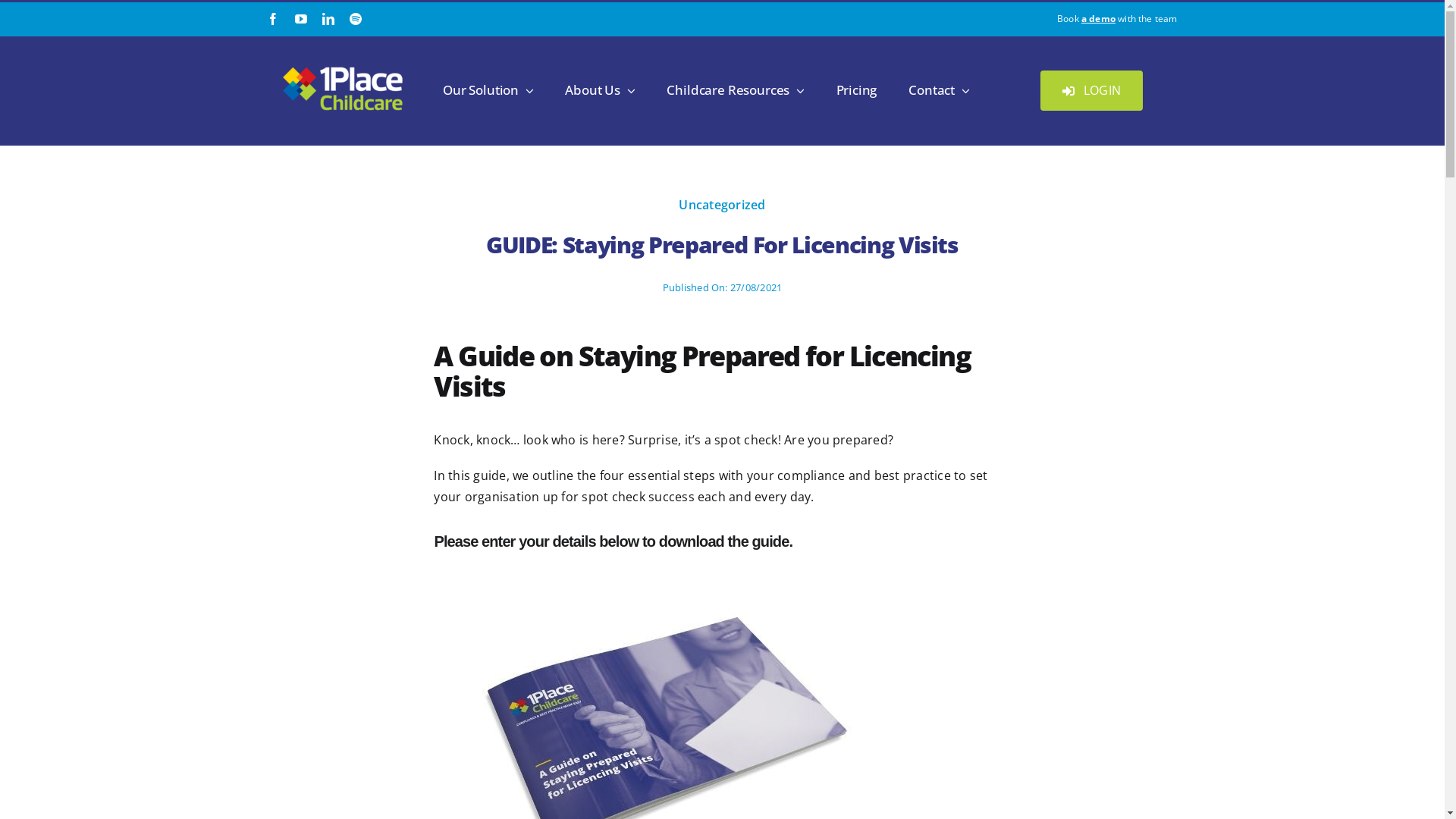  Describe the element at coordinates (1080, 18) in the screenshot. I see `'a demo'` at that location.